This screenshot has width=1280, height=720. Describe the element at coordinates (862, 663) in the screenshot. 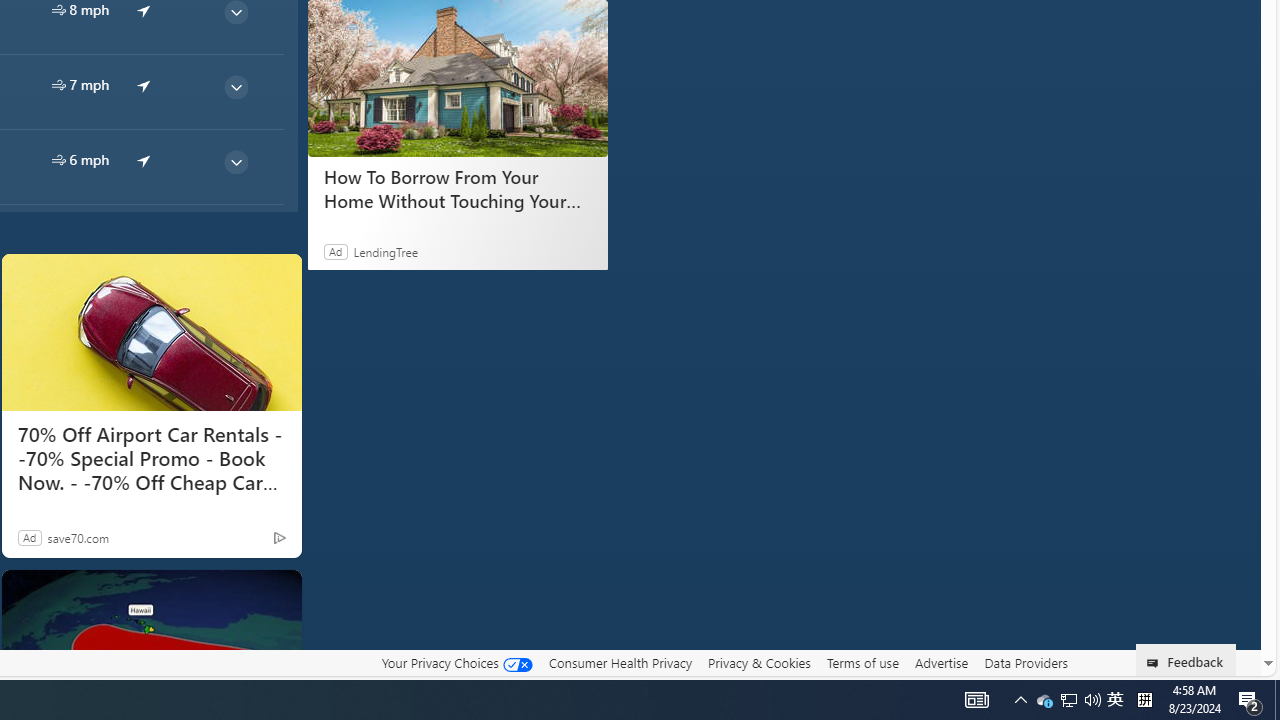

I see `'Terms of use'` at that location.